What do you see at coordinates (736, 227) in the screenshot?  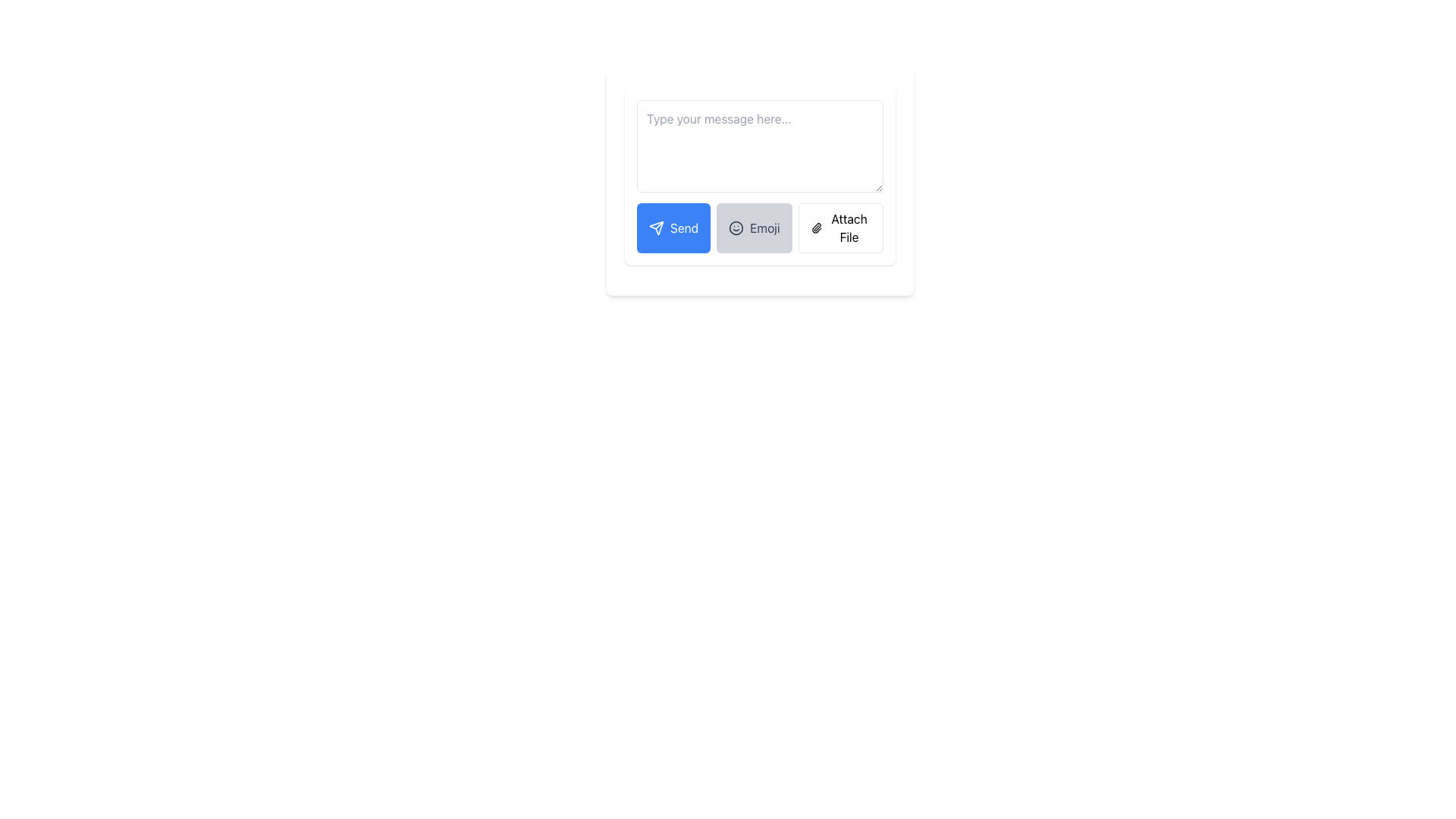 I see `the gray circular SVG Circle Element that is part of a smiley face icon located to the left of the 'Emoji' button in the toolbar area below the text input field` at bounding box center [736, 227].